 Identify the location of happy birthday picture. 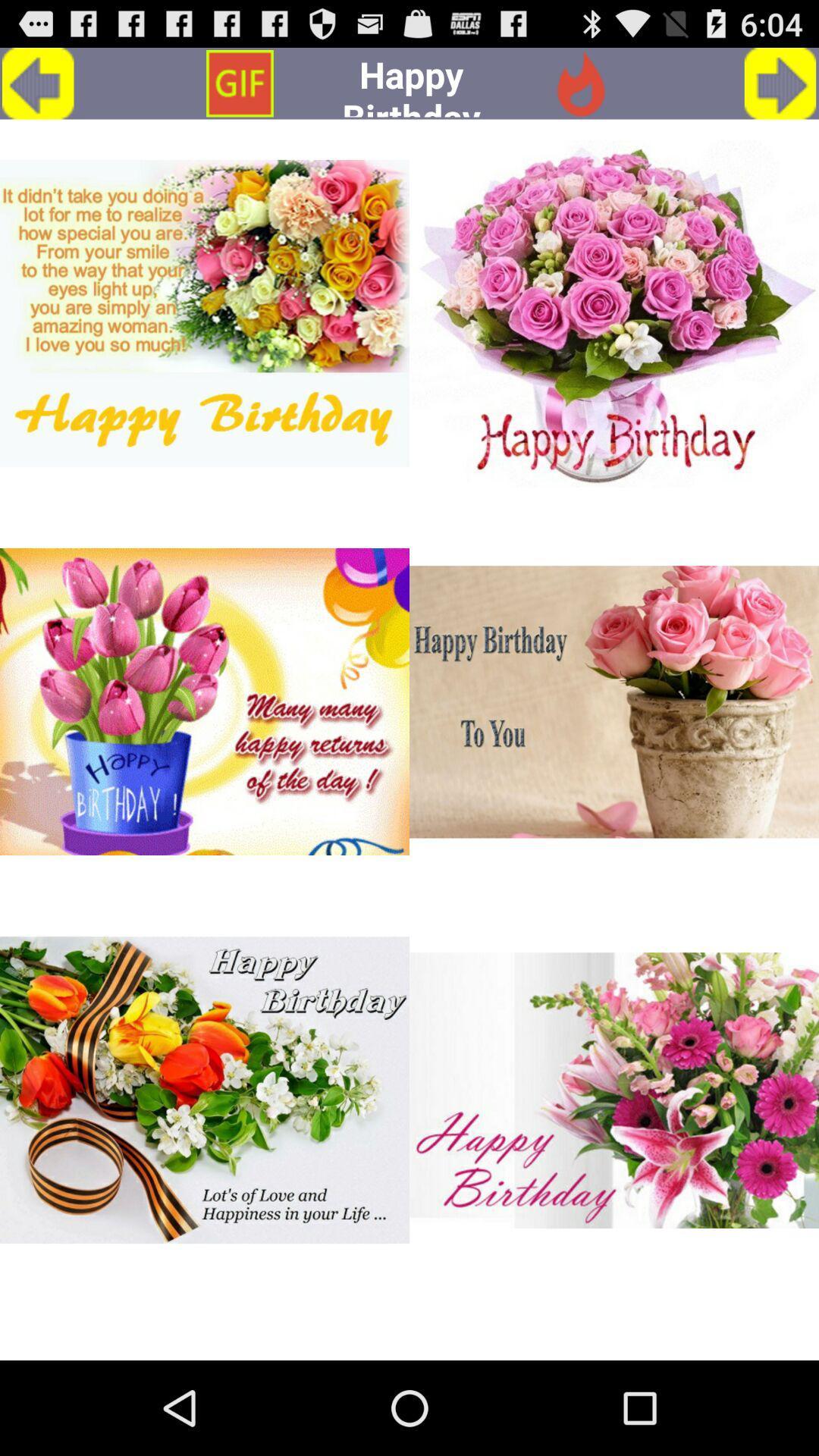
(205, 701).